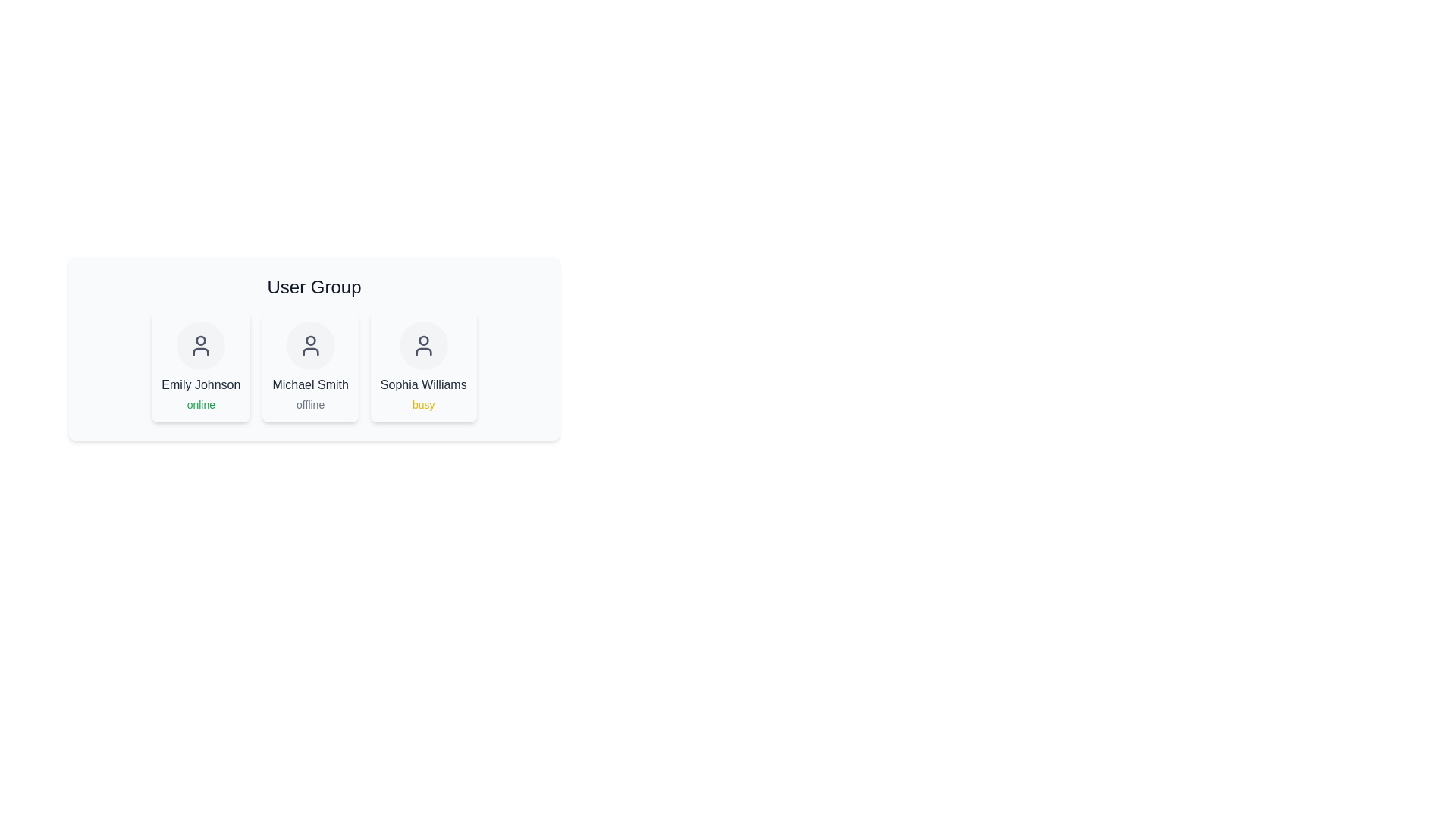 This screenshot has width=1456, height=819. I want to click on the Decorative Circle within the user profile icon for Michael Smith, which is labeled 'offline', so click(309, 340).